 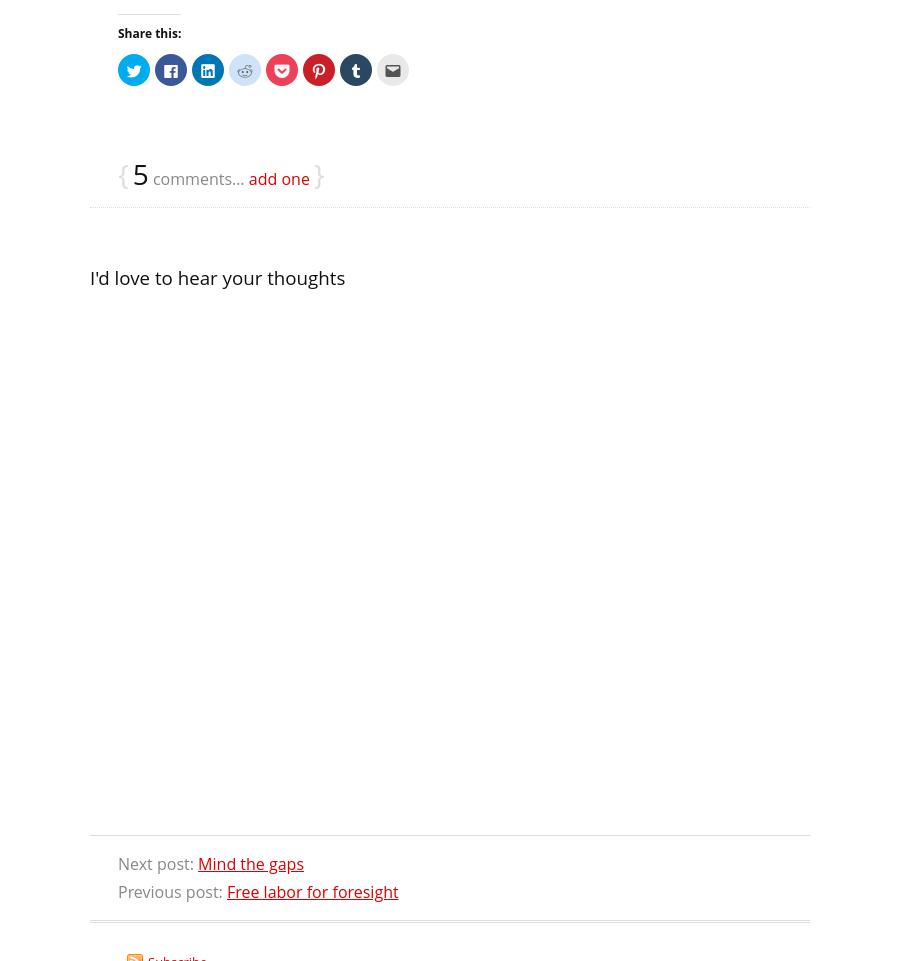 I want to click on 'Share this:', so click(x=117, y=31).